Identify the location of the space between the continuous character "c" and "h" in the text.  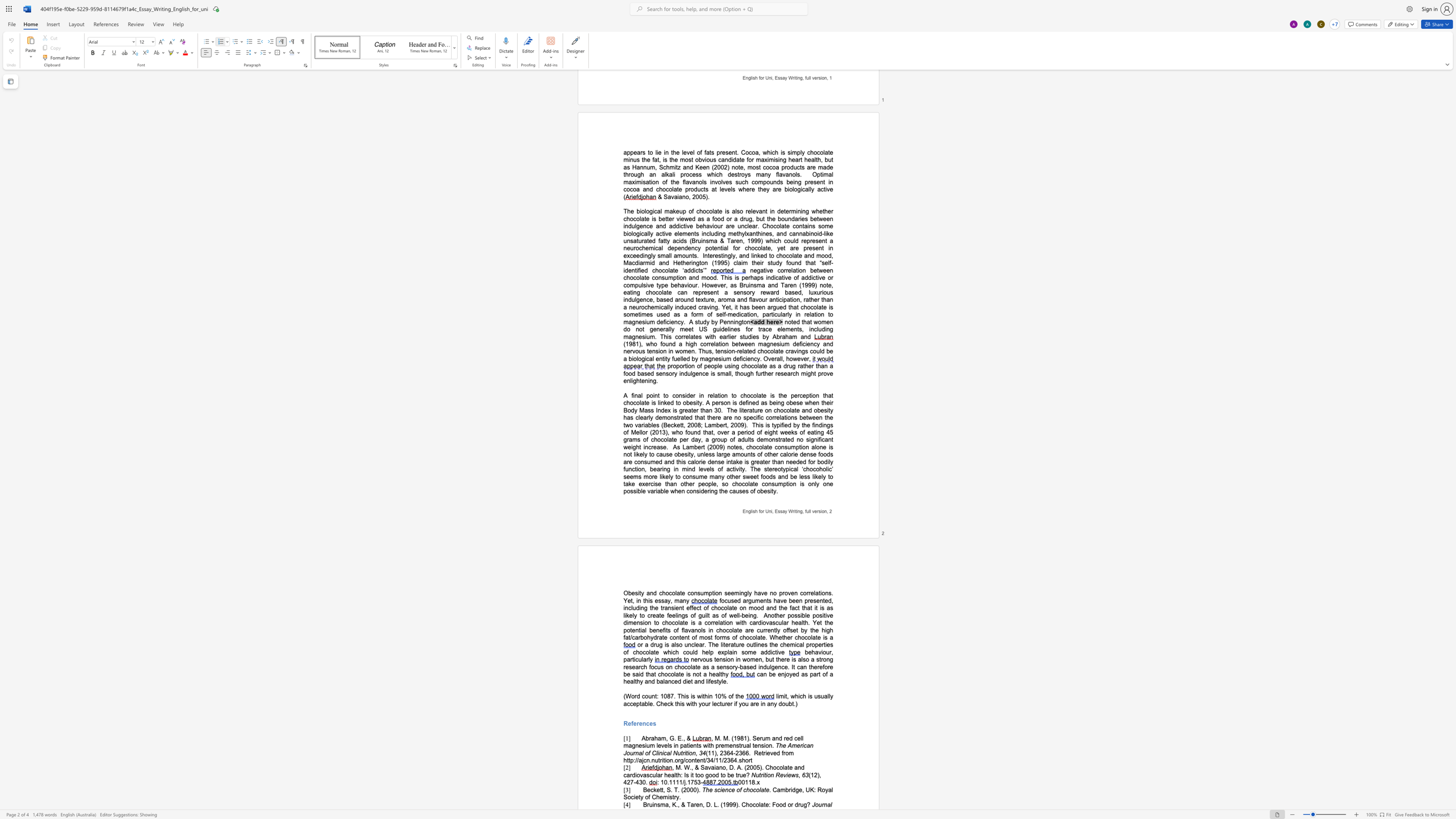
(746, 790).